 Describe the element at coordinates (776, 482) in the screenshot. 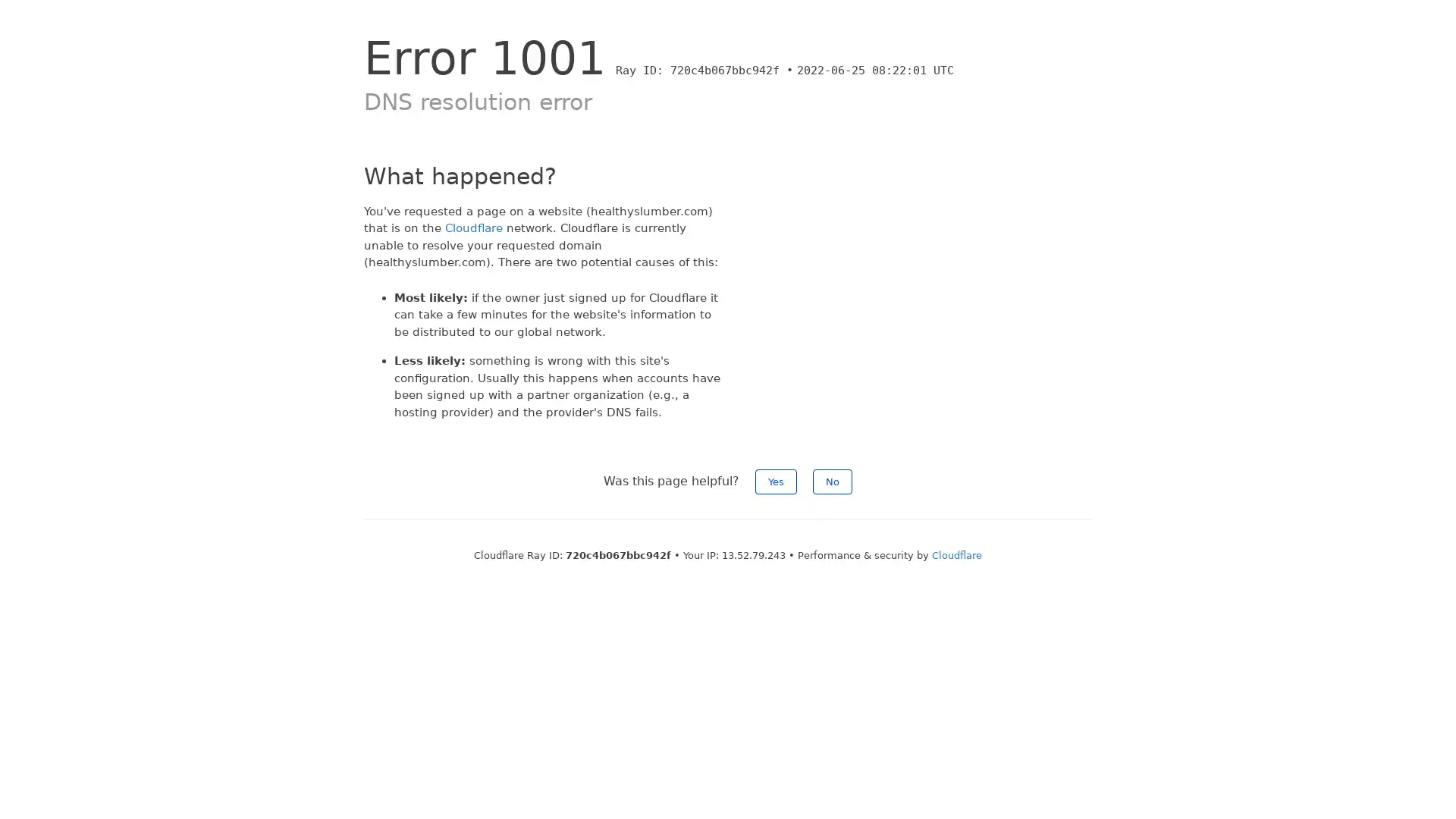

I see `Yes` at that location.